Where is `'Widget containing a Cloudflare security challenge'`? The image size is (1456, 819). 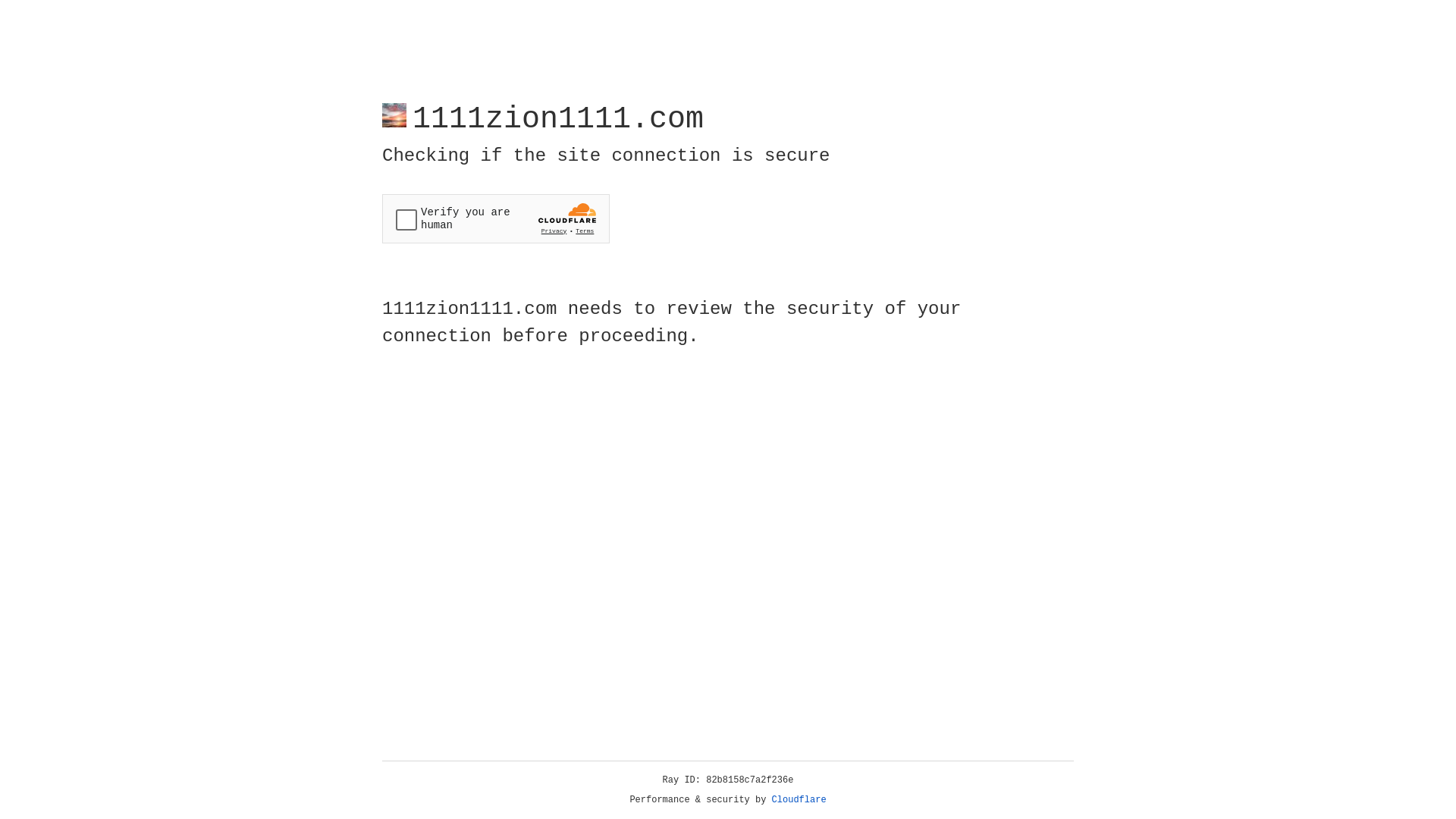 'Widget containing a Cloudflare security challenge' is located at coordinates (495, 218).